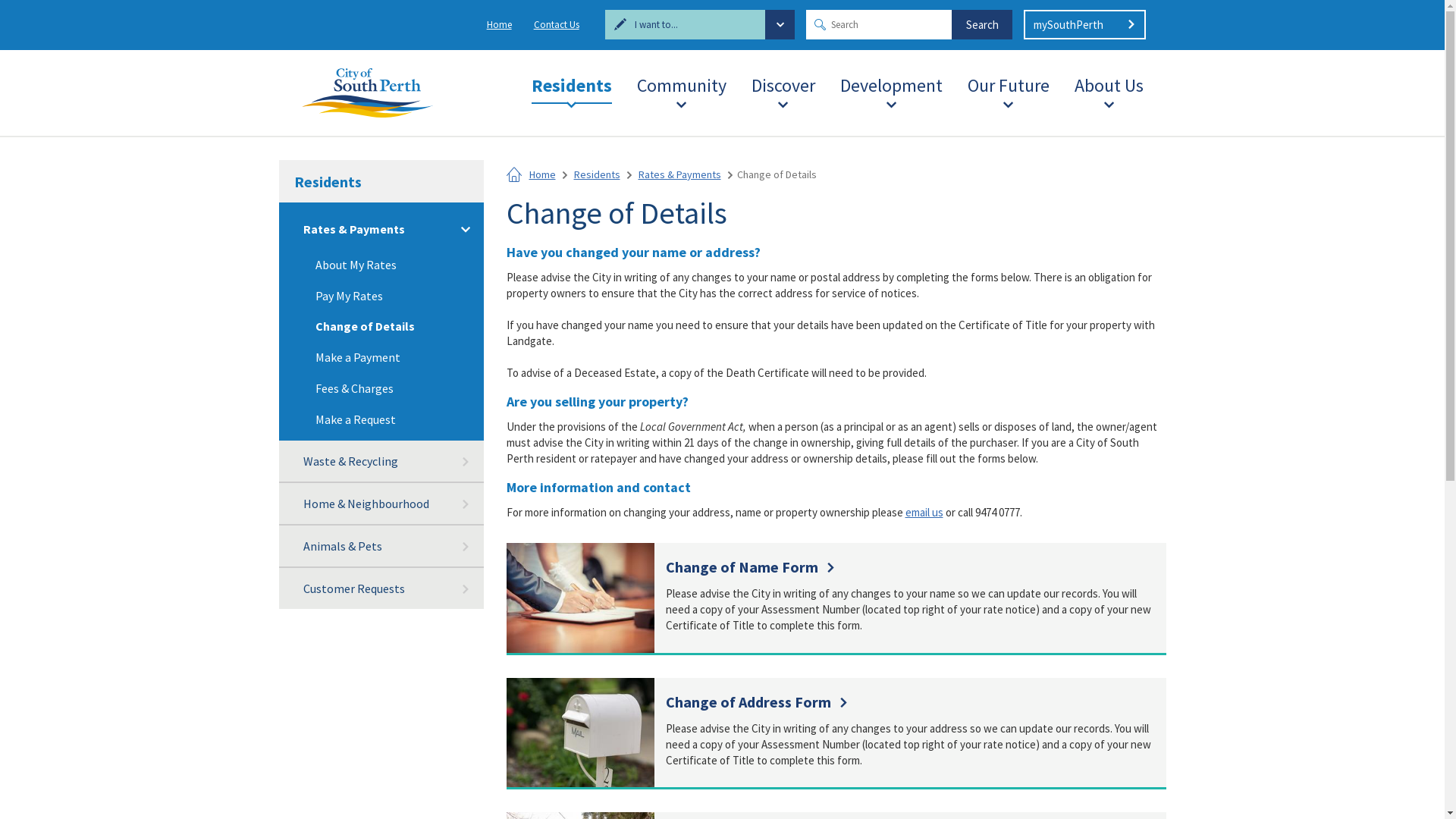 The width and height of the screenshot is (1456, 819). Describe the element at coordinates (499, 24) in the screenshot. I see `'Home'` at that location.